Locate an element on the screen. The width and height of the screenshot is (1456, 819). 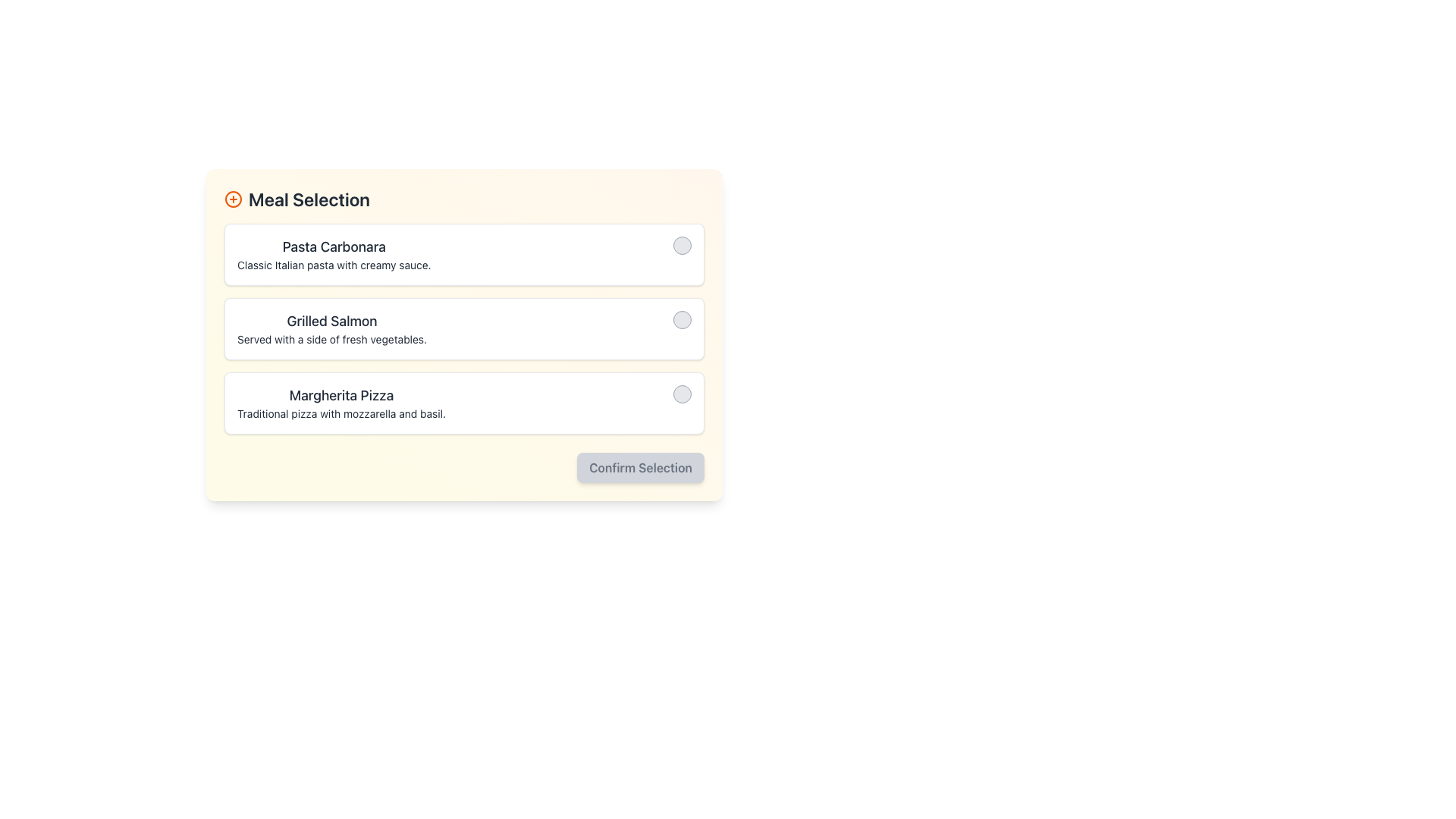
the static text description providing information about the 'Grilled Salmon' menu item, located directly below the header of this menu item is located at coordinates (331, 338).